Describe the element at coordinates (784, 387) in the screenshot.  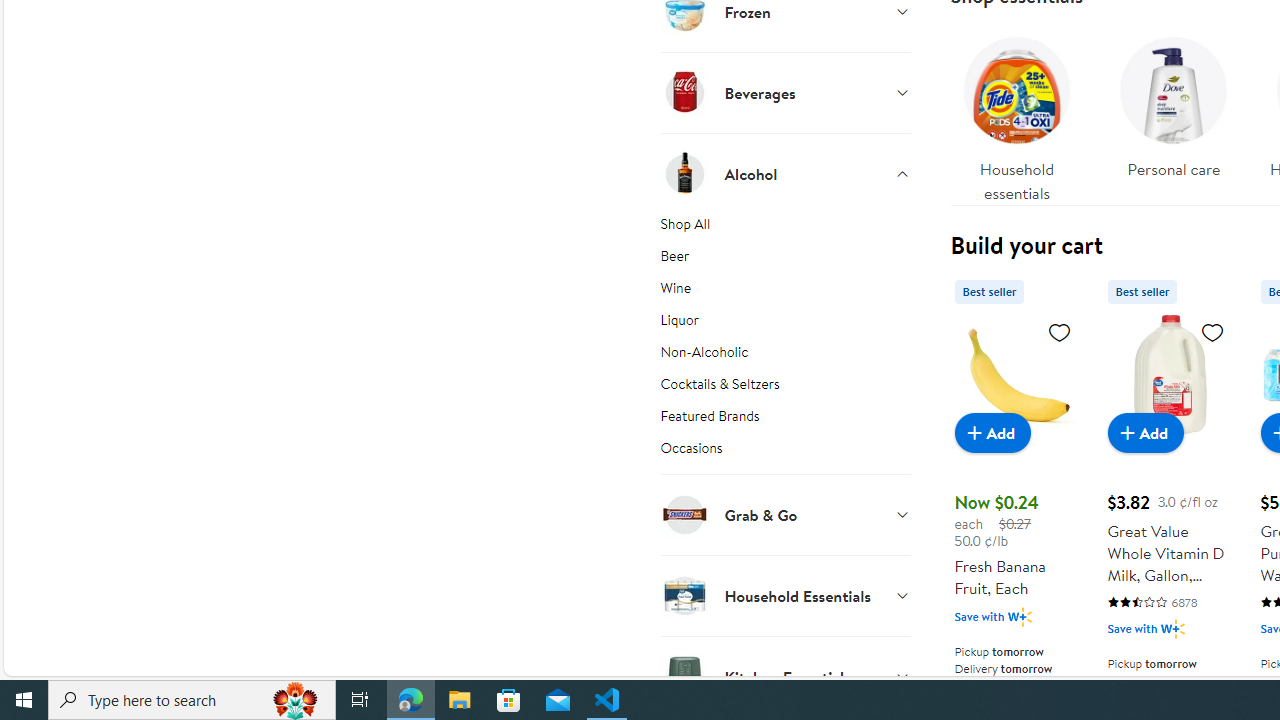
I see `'Cocktails & Seltzers'` at that location.